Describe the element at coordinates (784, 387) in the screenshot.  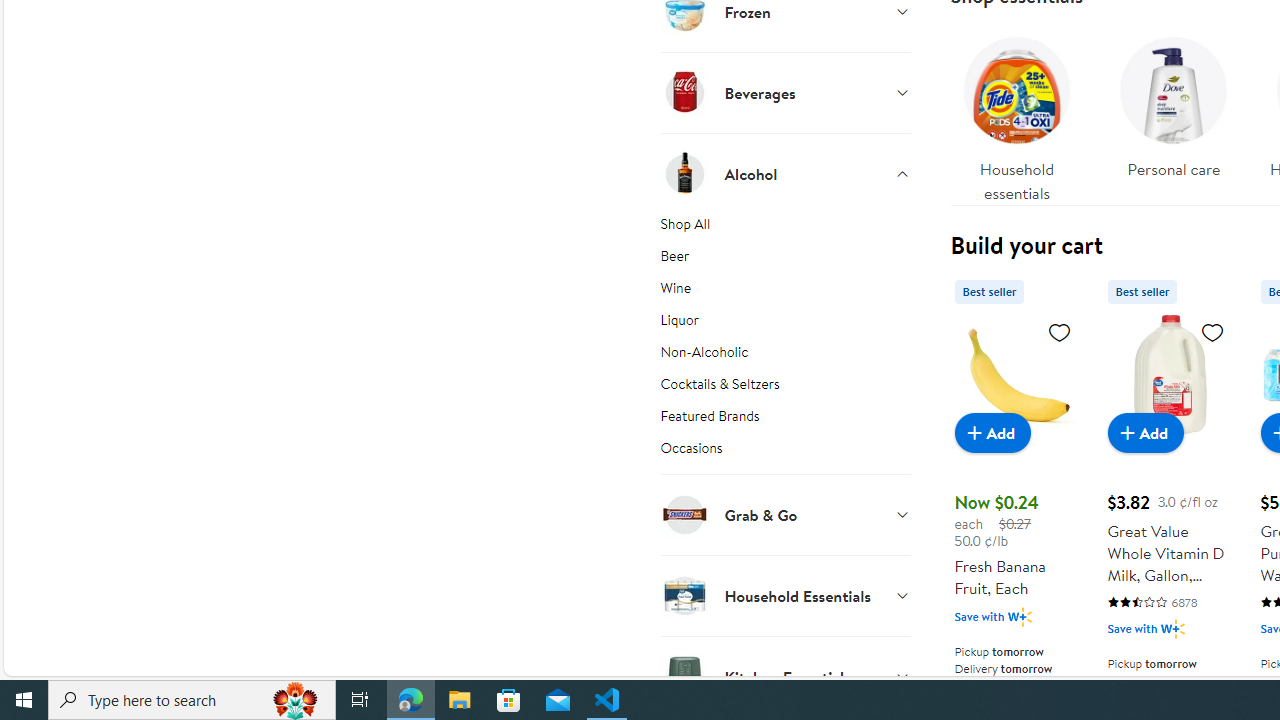
I see `'Cocktails & Seltzers'` at that location.